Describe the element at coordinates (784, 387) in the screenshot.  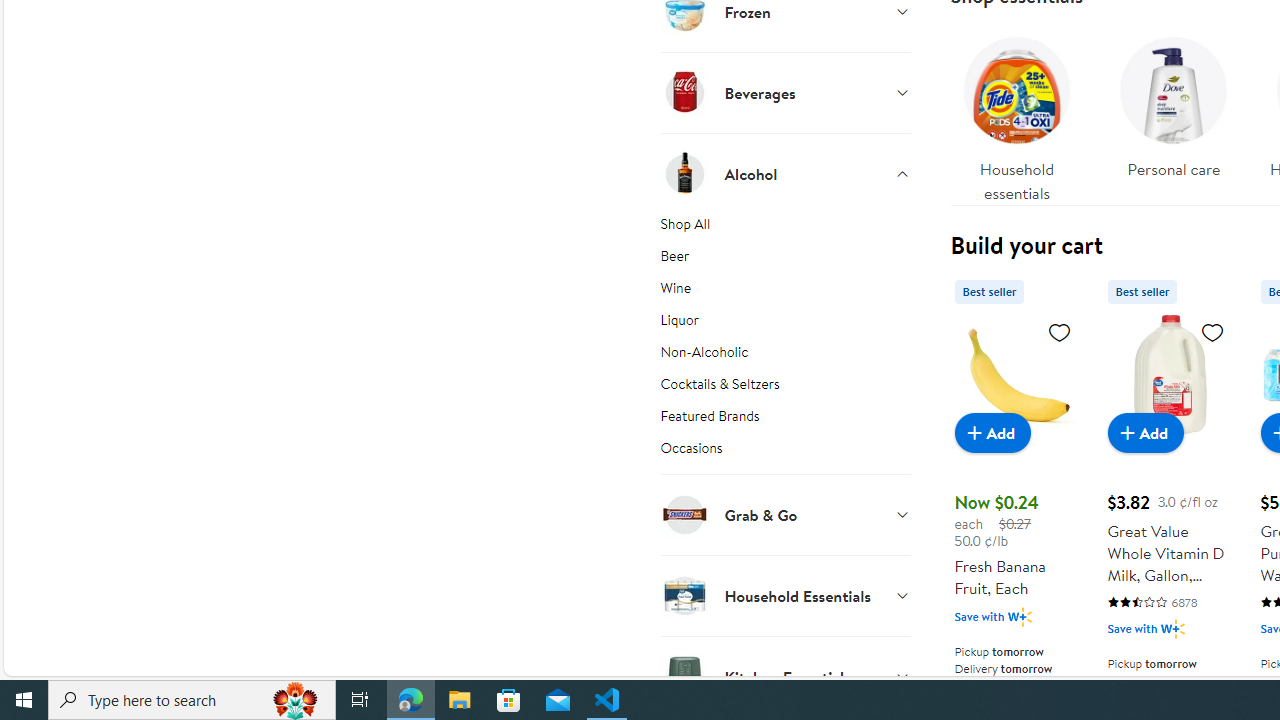
I see `'Cocktails & Seltzers'` at that location.